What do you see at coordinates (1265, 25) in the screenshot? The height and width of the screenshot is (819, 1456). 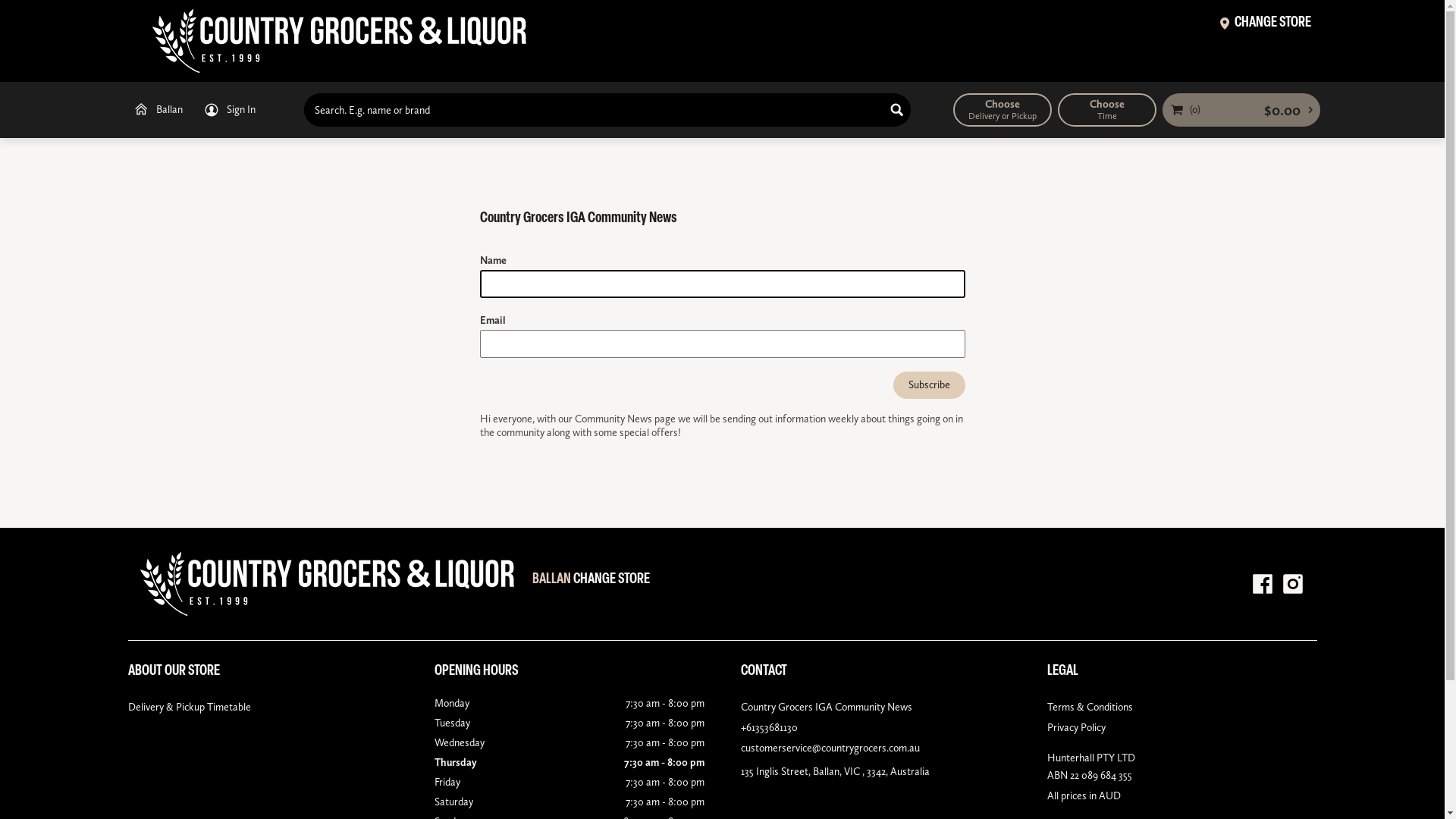 I see `'CHANGE STORE'` at bounding box center [1265, 25].